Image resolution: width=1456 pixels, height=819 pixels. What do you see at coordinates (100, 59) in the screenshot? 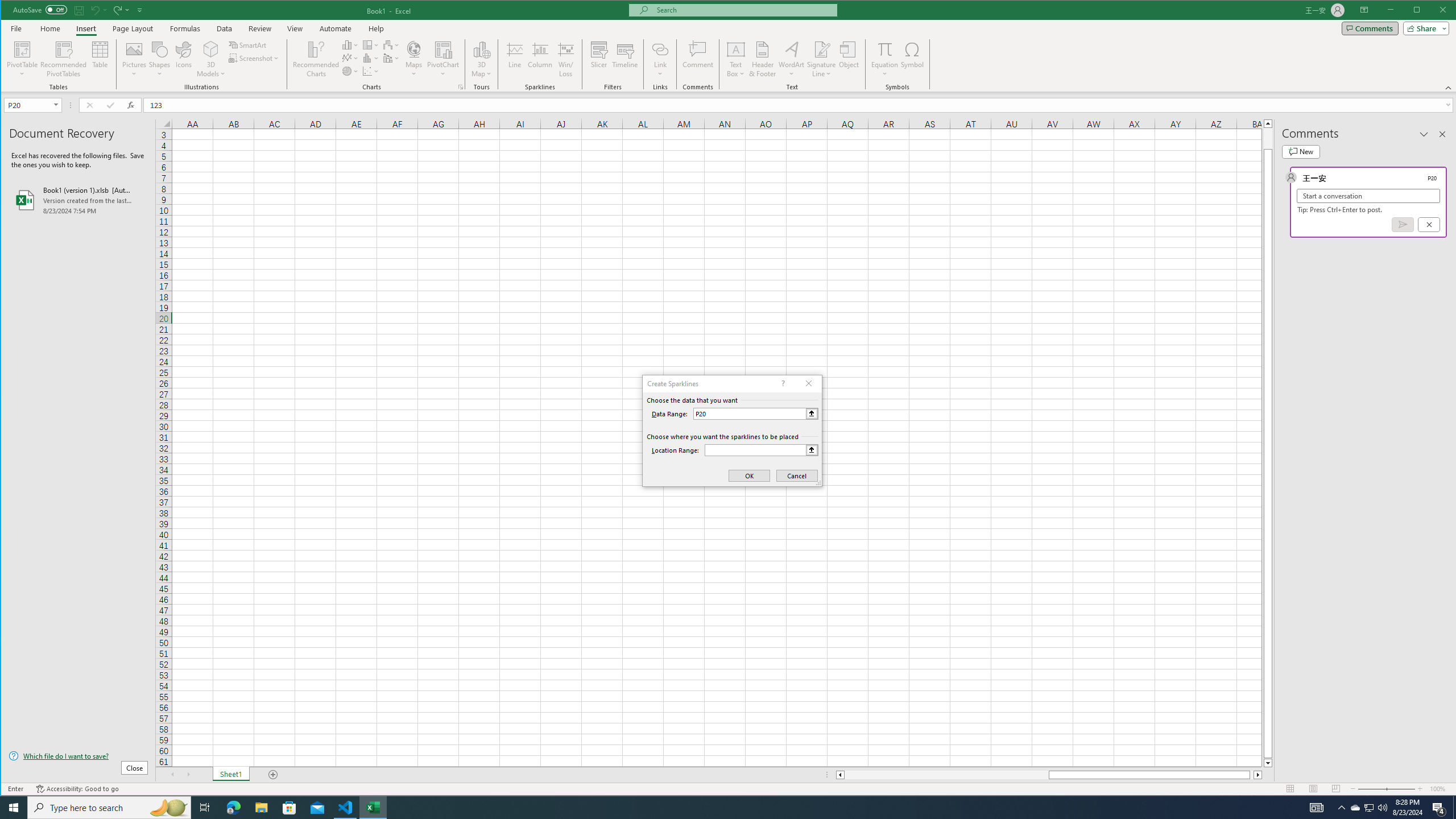
I see `'Table'` at bounding box center [100, 59].